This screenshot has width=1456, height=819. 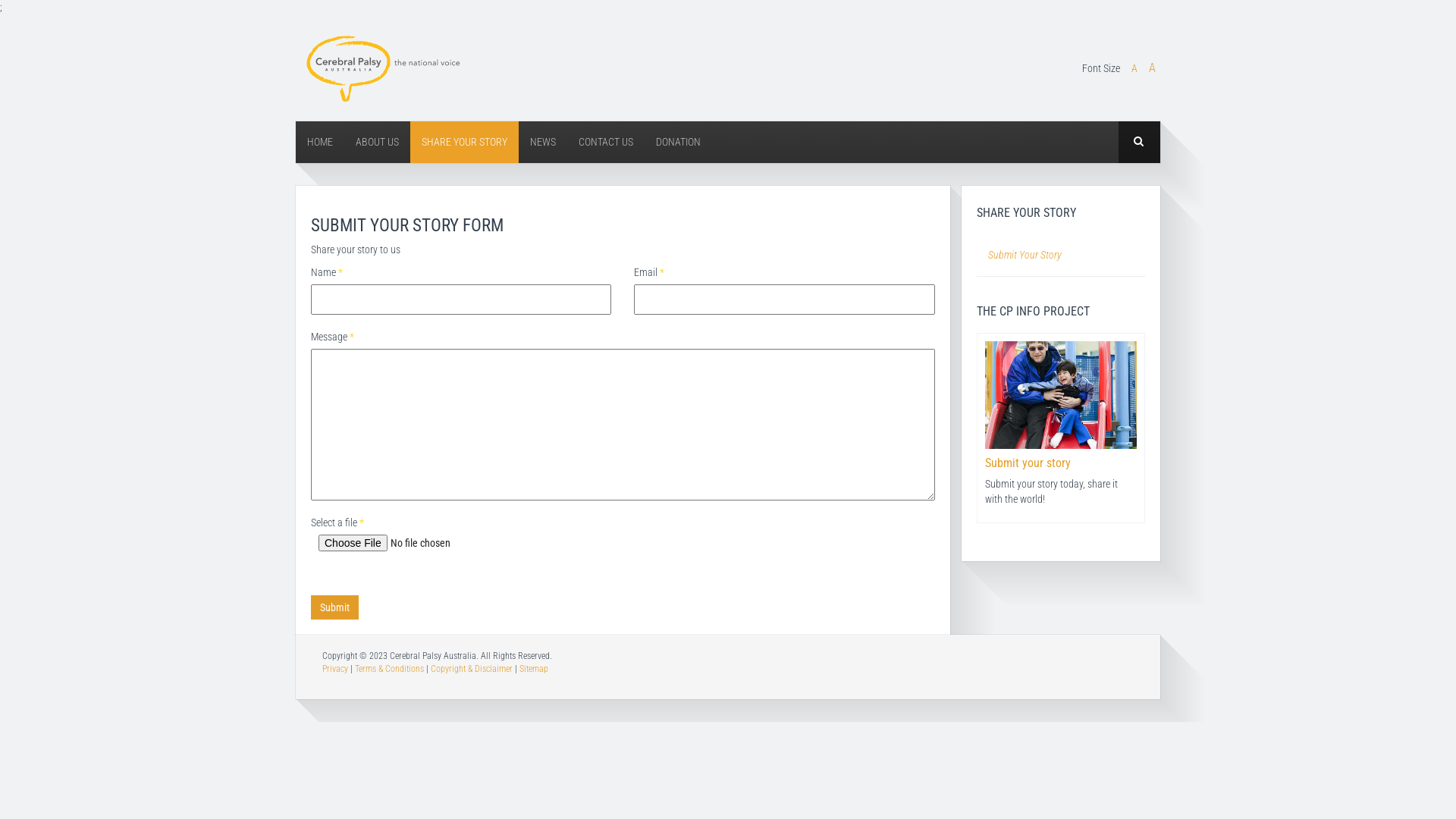 What do you see at coordinates (984, 462) in the screenshot?
I see `'Submit your story'` at bounding box center [984, 462].